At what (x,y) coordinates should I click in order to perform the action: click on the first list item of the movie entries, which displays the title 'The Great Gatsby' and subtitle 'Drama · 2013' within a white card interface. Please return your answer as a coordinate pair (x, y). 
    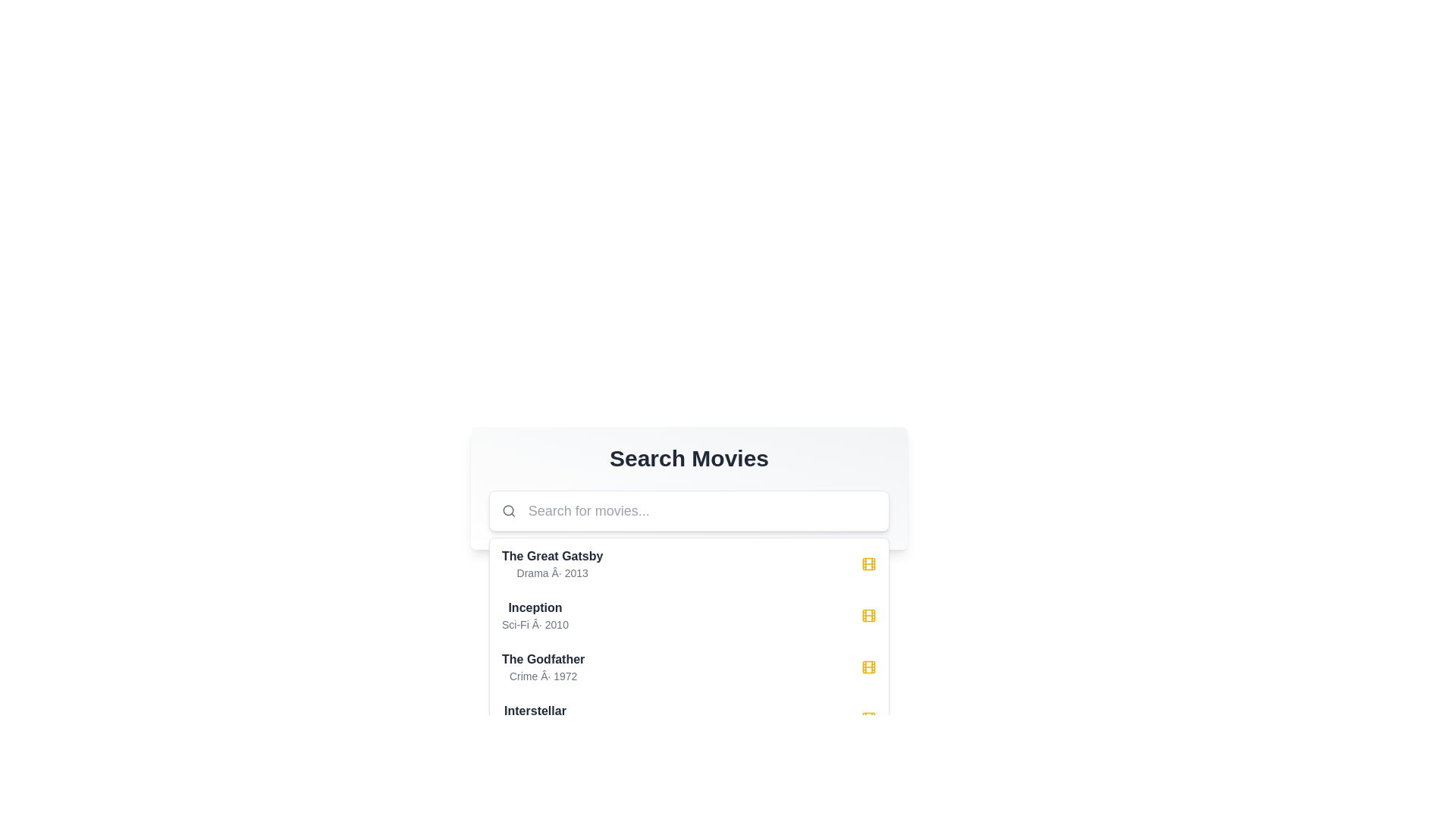
    Looking at the image, I should click on (551, 564).